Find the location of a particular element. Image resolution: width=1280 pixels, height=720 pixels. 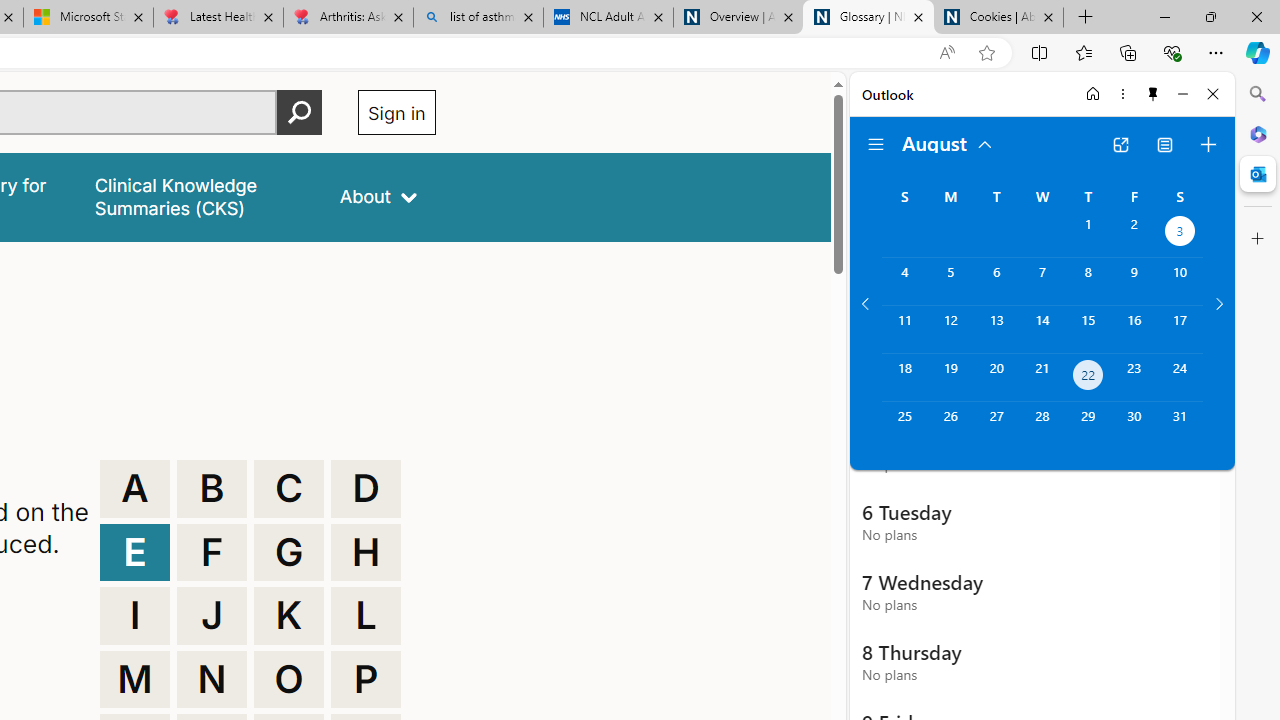

'Sunday, August 4, 2024. ' is located at coordinates (903, 281).